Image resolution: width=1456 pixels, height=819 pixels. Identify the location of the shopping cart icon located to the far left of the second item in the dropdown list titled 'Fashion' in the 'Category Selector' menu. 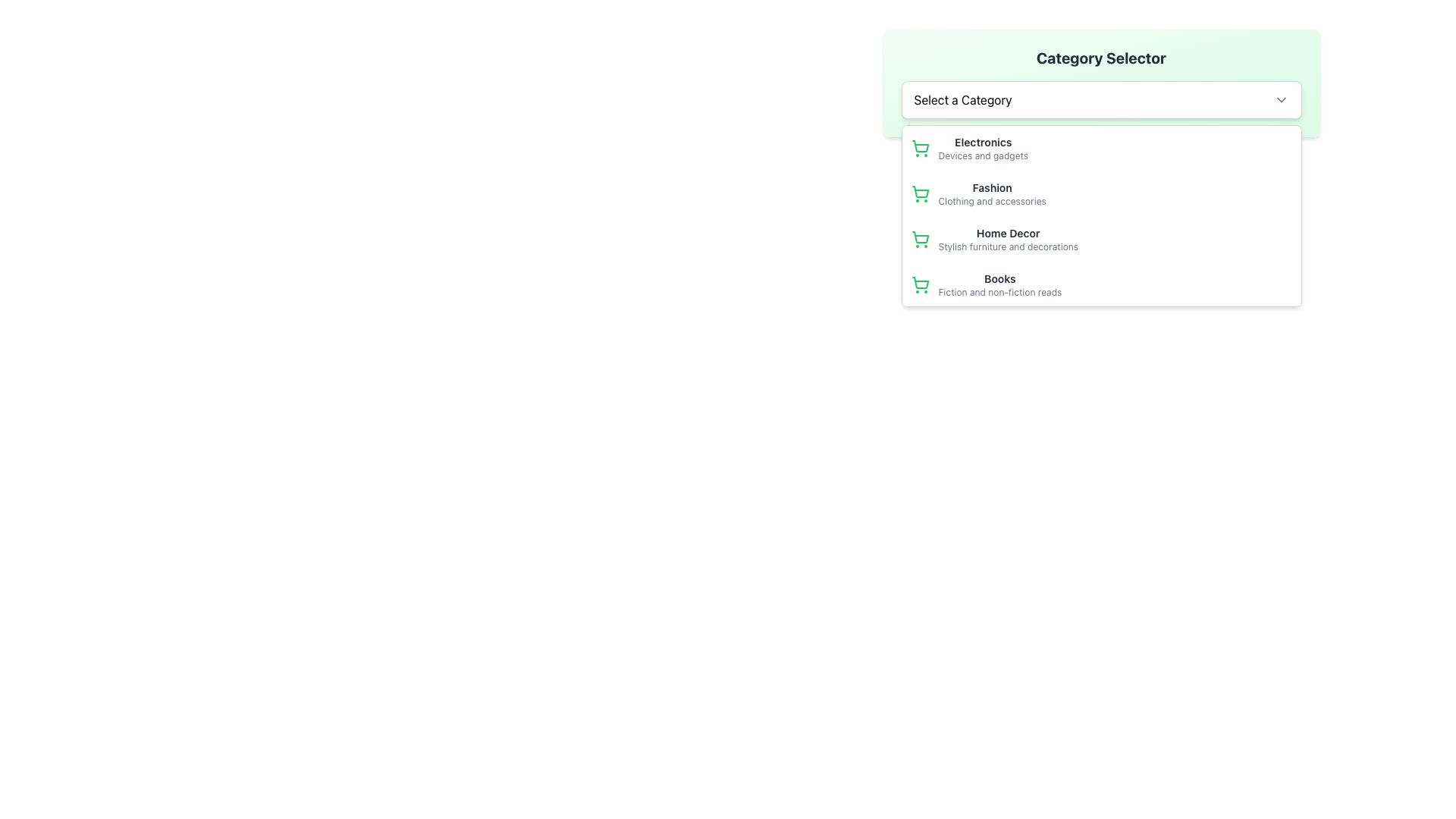
(919, 191).